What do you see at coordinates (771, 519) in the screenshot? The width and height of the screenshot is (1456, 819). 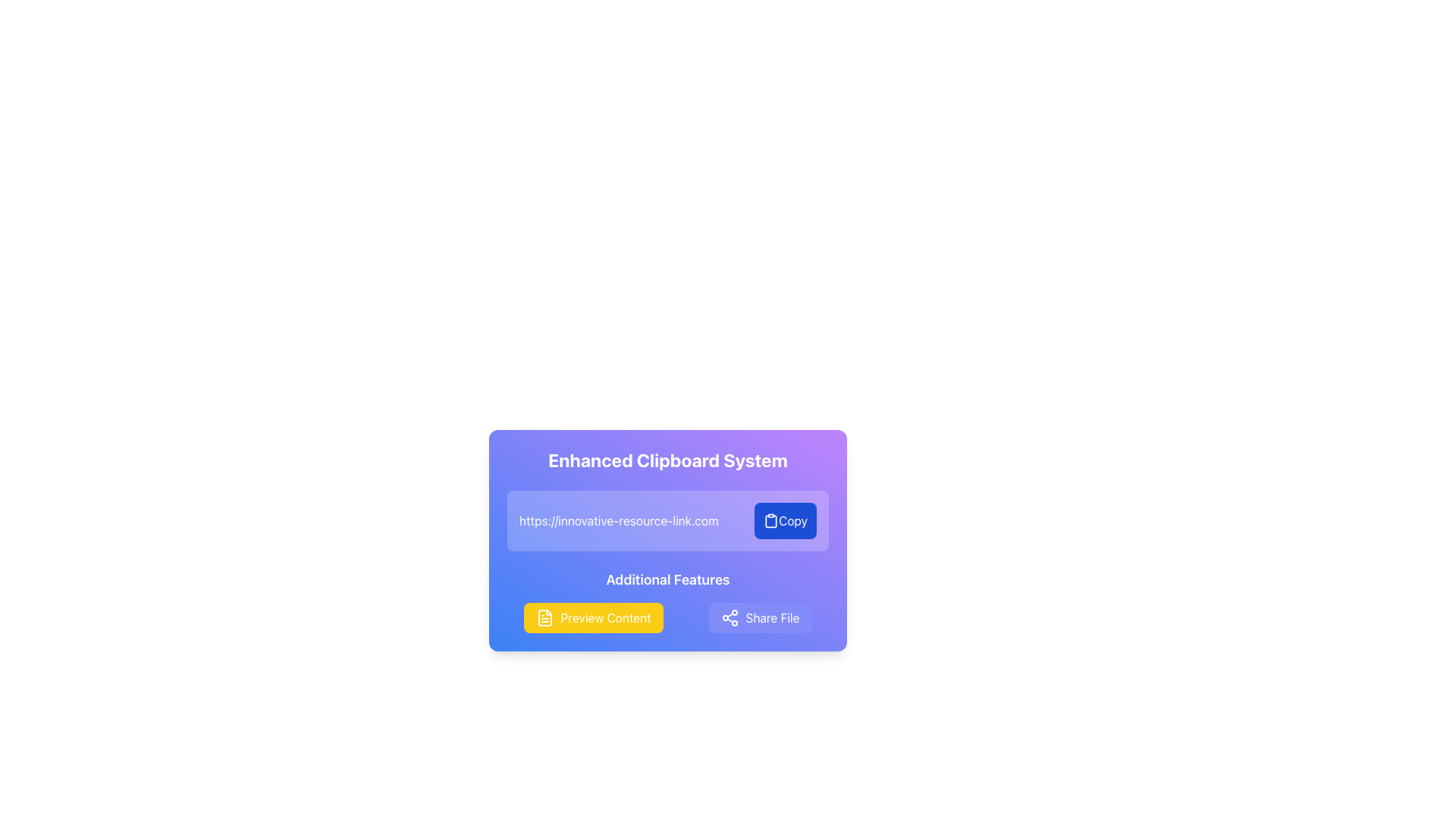 I see `the clipboard icon within the blue 'Copy' button, which is located to the right of the hyperlink and above the 'Additional Features' section` at bounding box center [771, 519].